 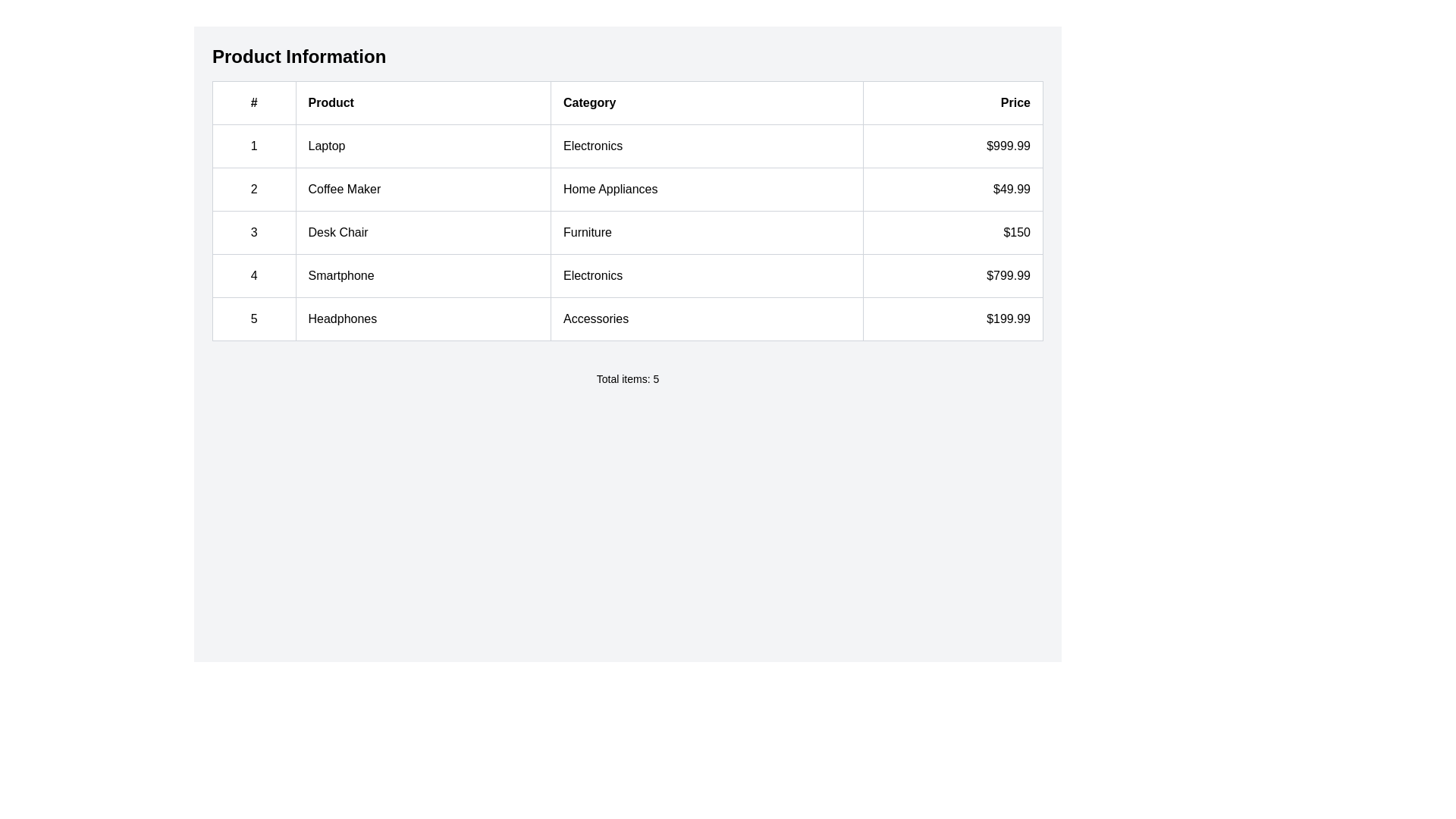 I want to click on the numbered item labeled '3' in the first column and third row of the table, which is styled with a gray border and centered alignment, so click(x=254, y=233).